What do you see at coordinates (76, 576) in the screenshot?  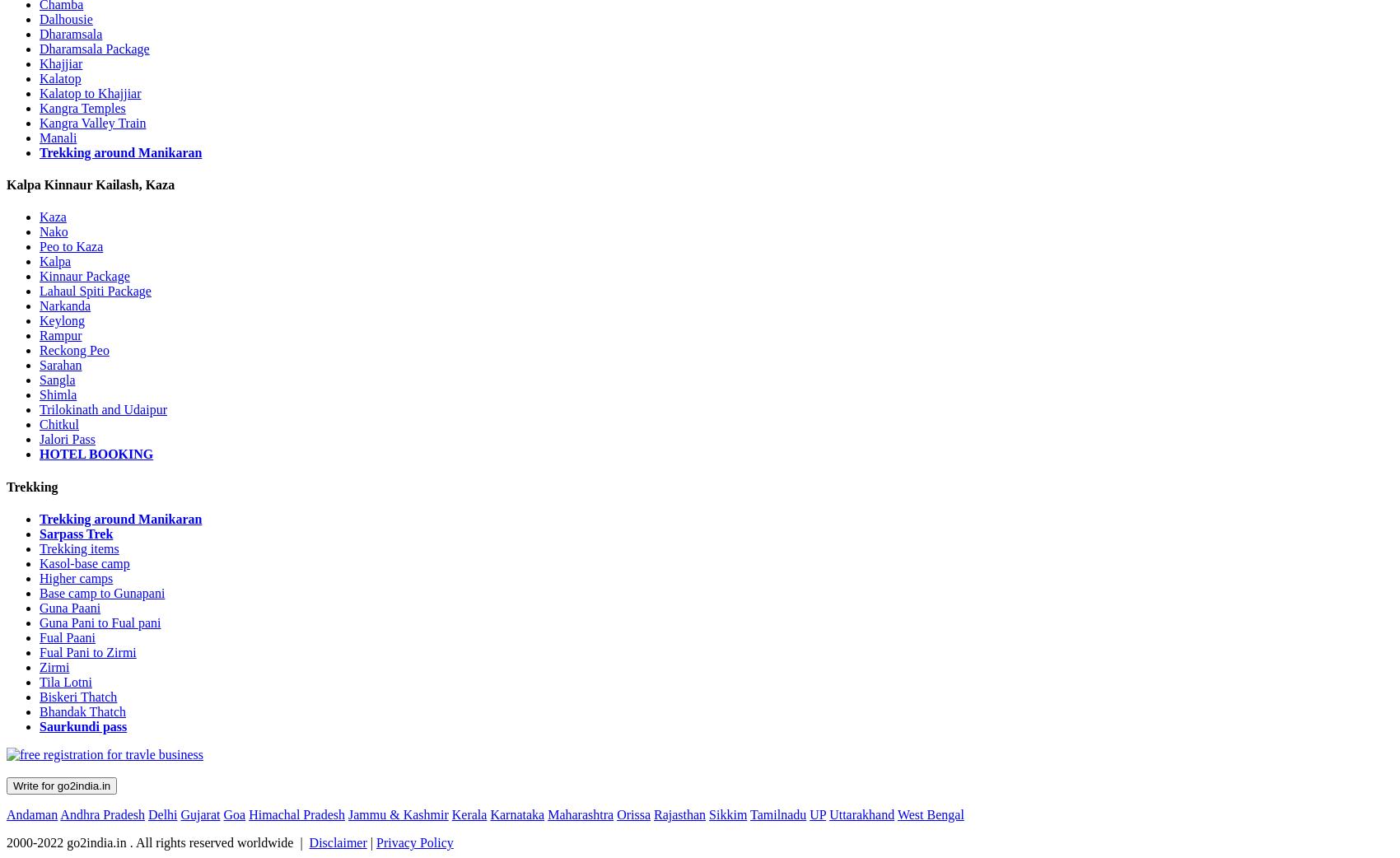 I see `'Higher camps'` at bounding box center [76, 576].